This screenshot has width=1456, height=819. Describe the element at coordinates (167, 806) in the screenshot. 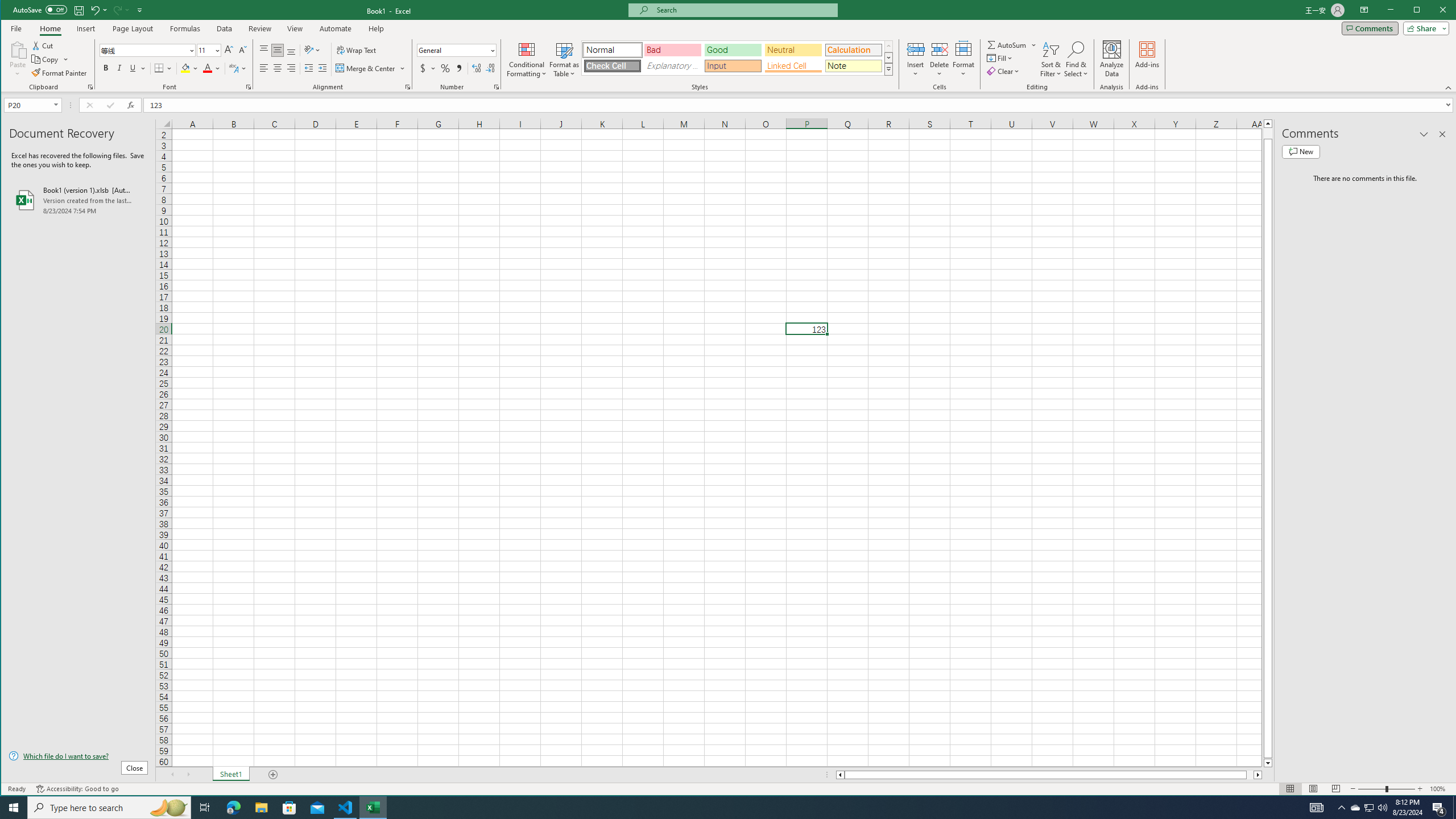

I see `'Search highlights icon opens search home window'` at that location.